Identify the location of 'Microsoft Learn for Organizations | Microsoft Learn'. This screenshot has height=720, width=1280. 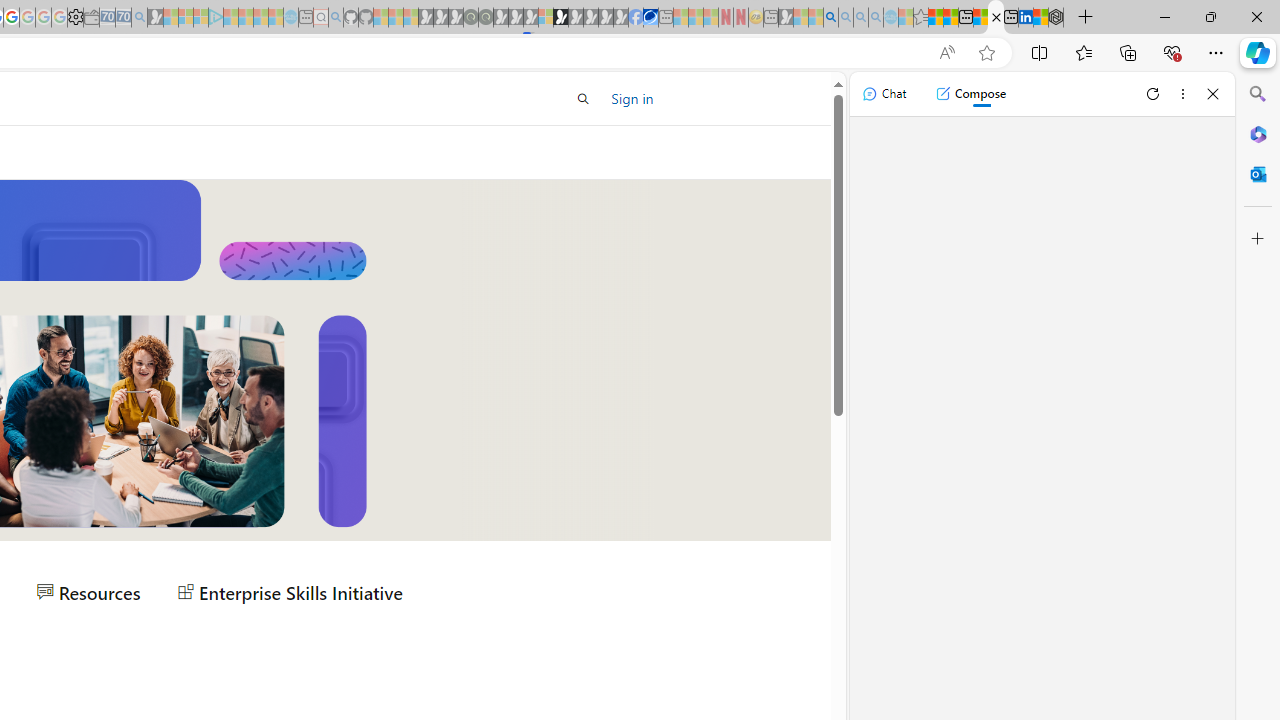
(996, 17).